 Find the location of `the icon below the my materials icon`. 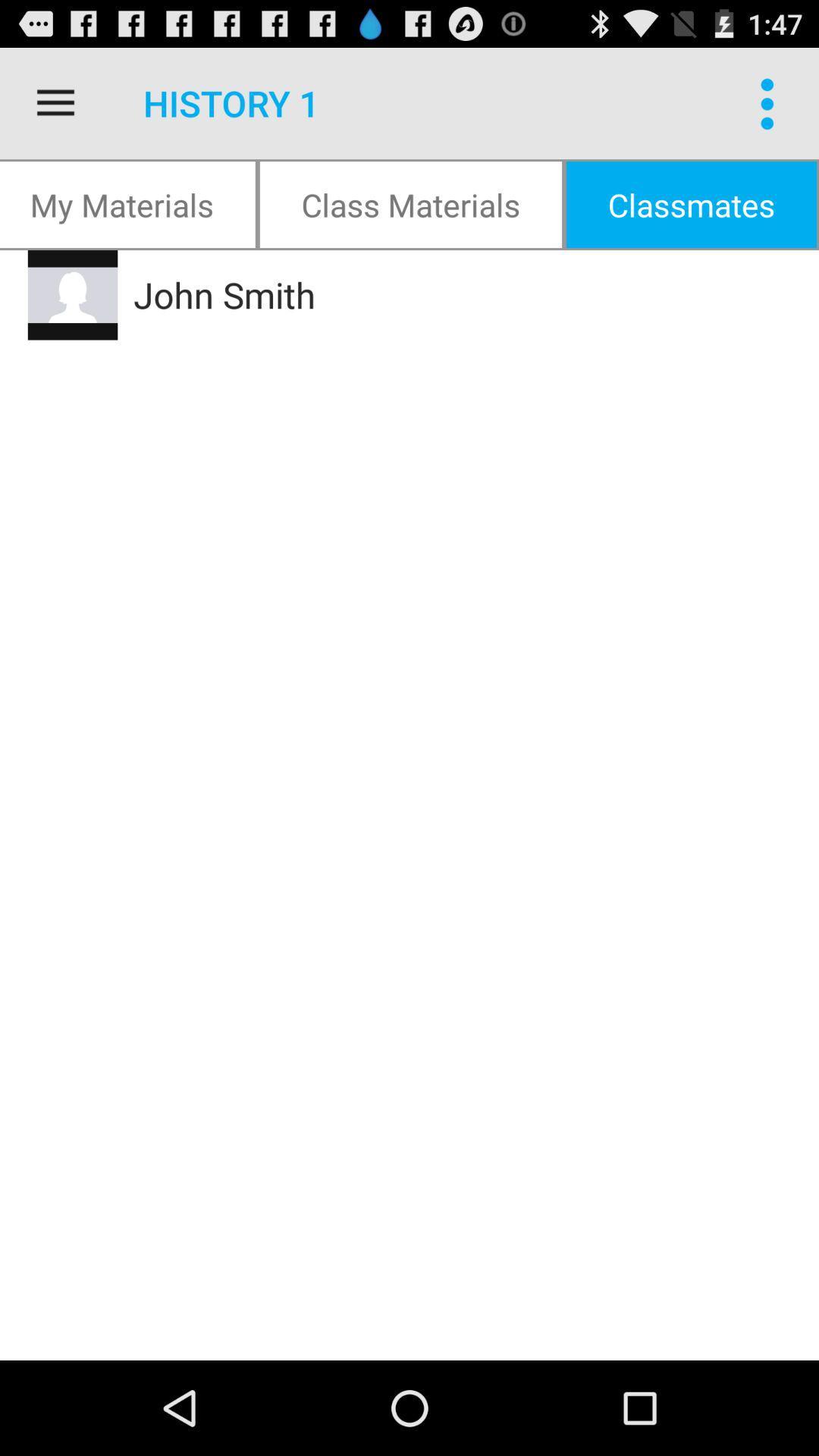

the icon below the my materials icon is located at coordinates (427, 295).